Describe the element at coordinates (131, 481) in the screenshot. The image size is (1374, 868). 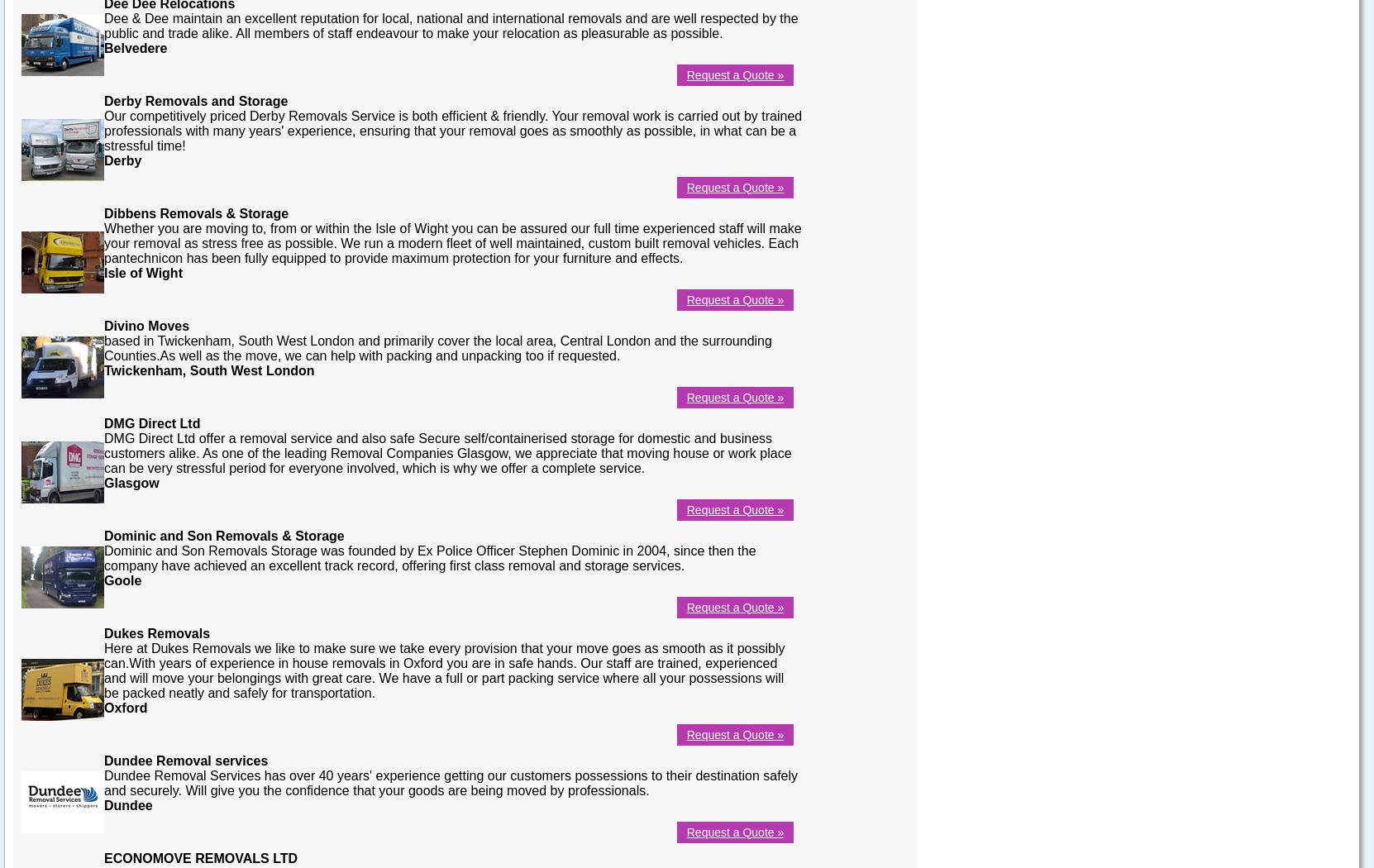
I see `'Glasgow'` at that location.